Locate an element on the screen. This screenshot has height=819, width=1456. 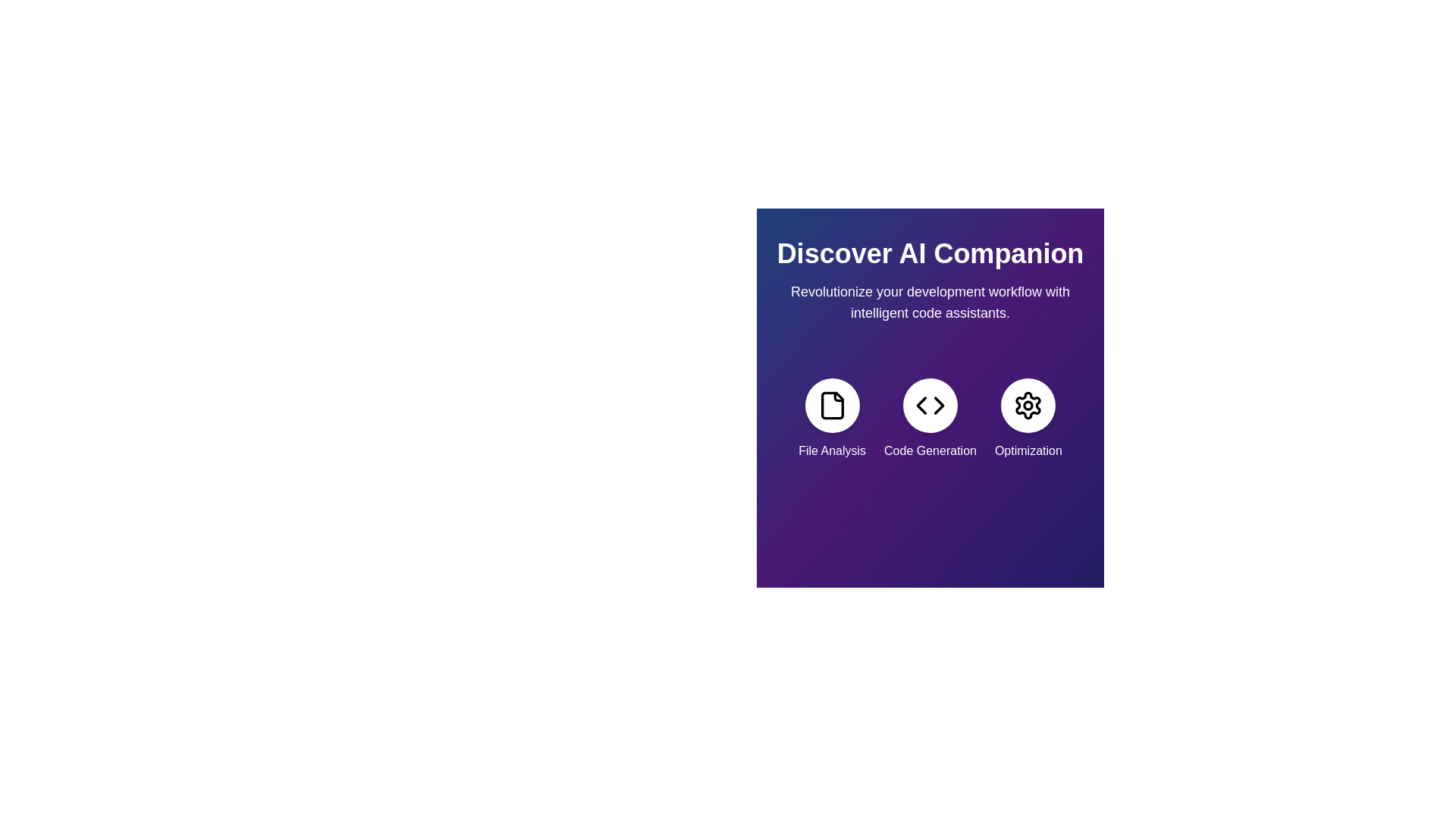
the text label that displays 'File Analysis' in white font on a purple background, located at the bottom of a vertical group under the file icon is located at coordinates (831, 450).